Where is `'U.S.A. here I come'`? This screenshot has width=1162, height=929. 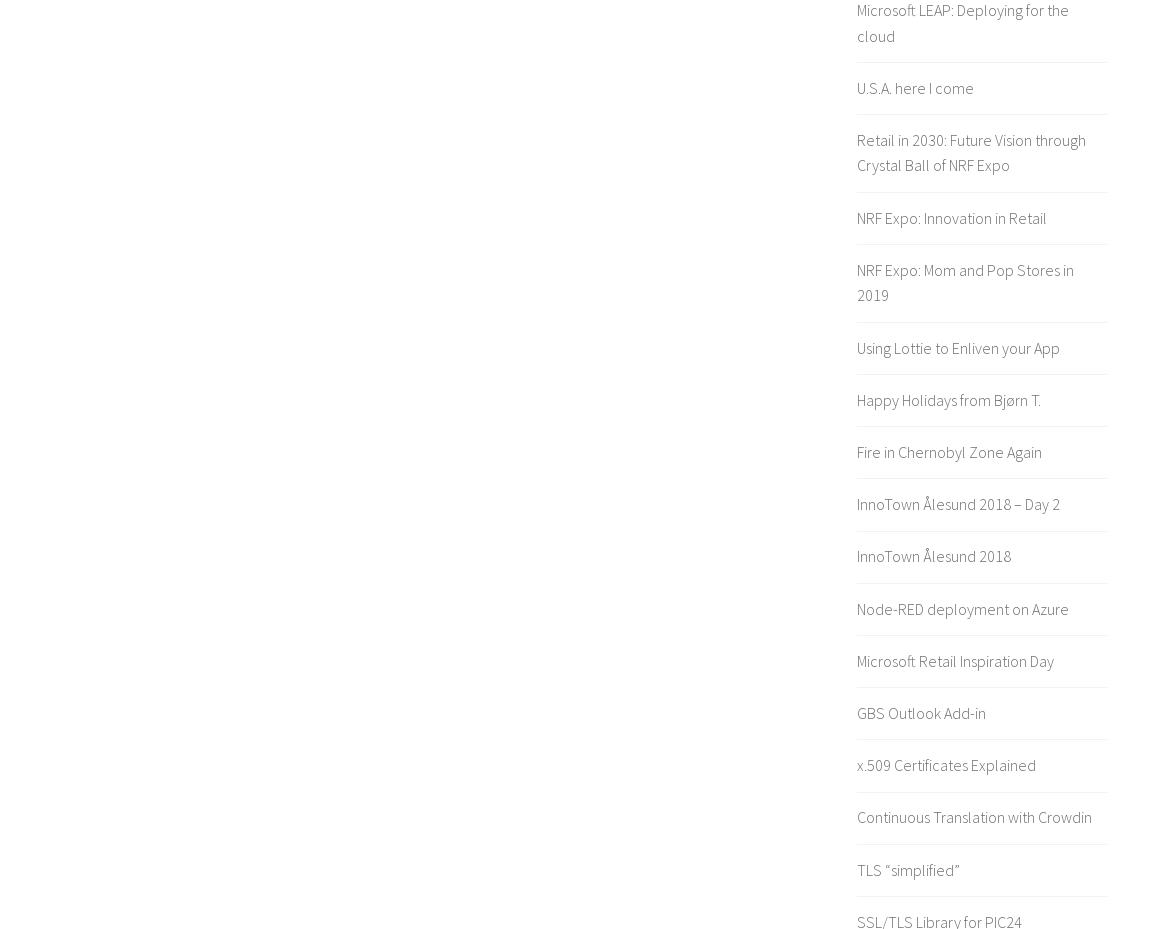
'U.S.A. here I come' is located at coordinates (856, 85).